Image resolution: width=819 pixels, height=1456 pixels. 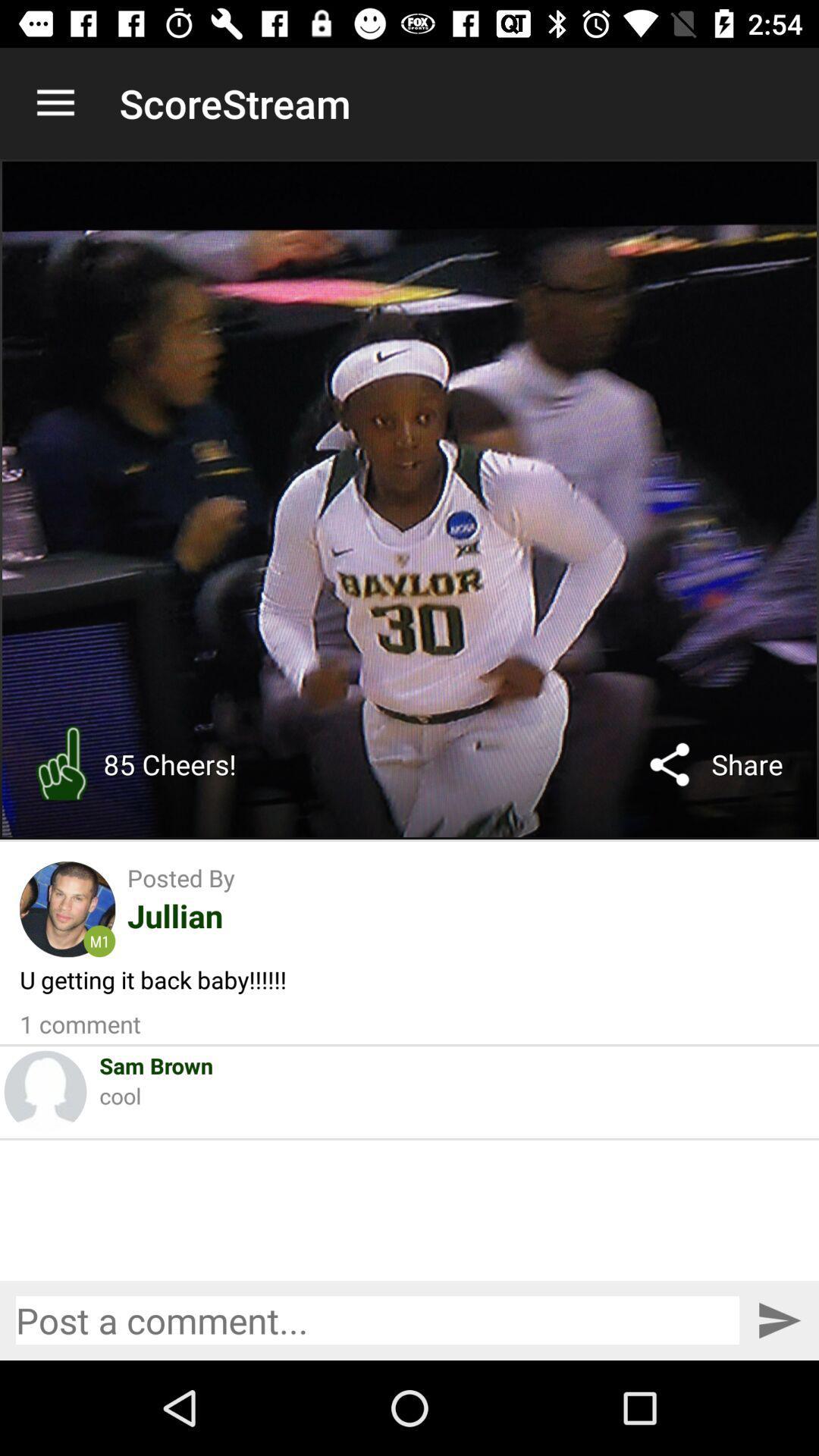 What do you see at coordinates (669, 764) in the screenshot?
I see `the icon next to 85 cheers!` at bounding box center [669, 764].